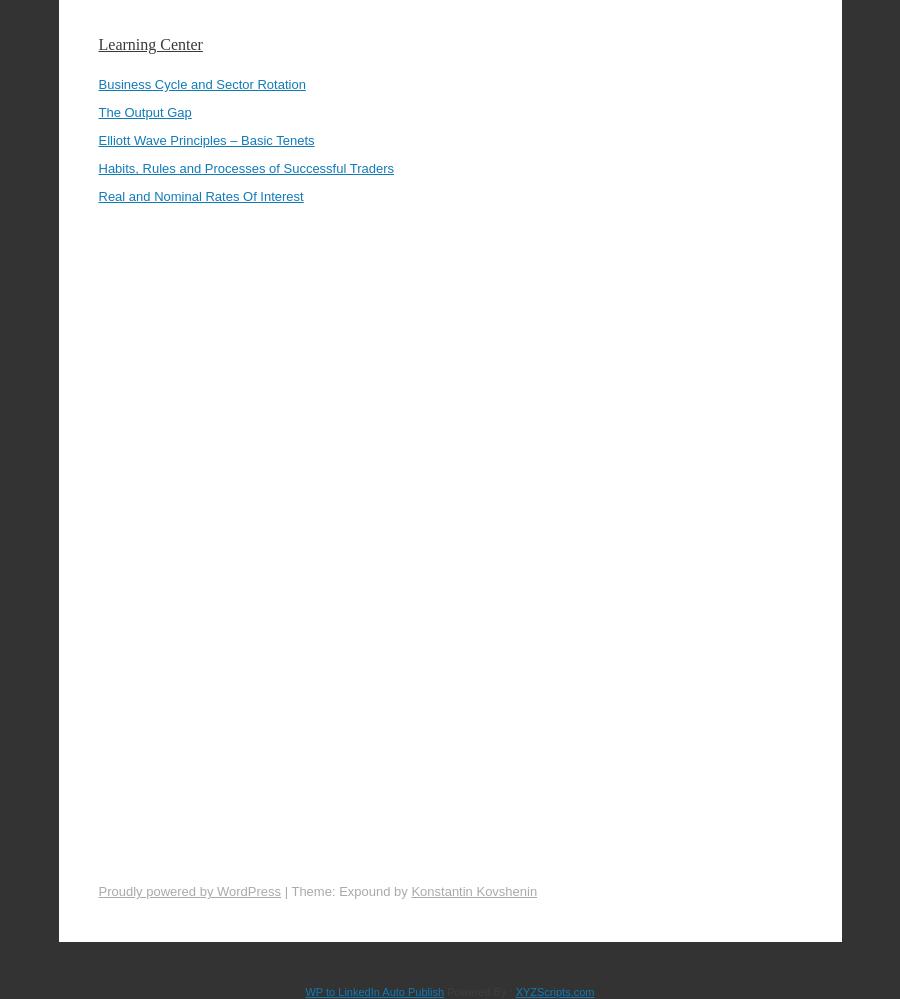 The image size is (900, 999). Describe the element at coordinates (144, 56) in the screenshot. I see `'The Output Gap'` at that location.